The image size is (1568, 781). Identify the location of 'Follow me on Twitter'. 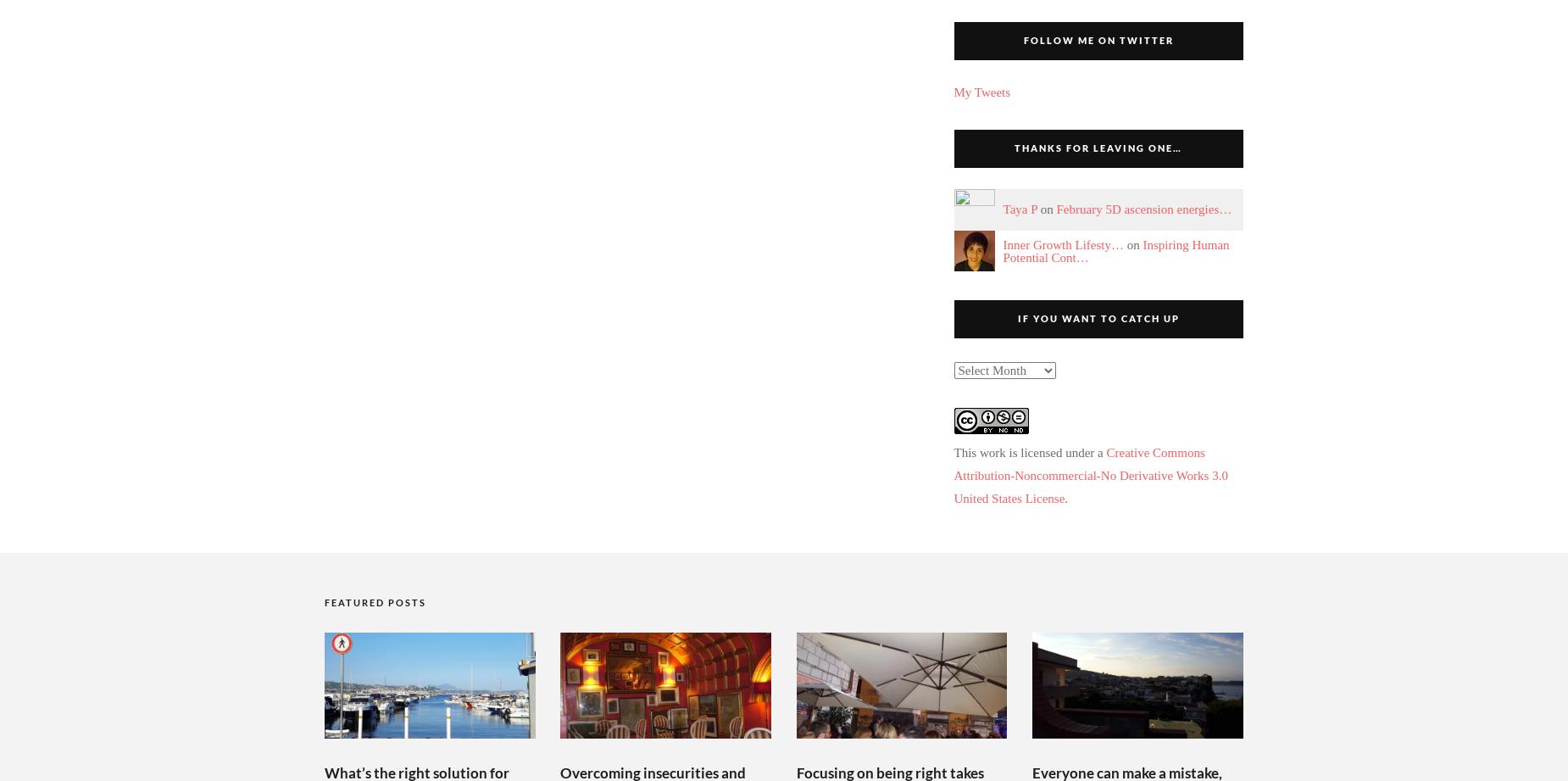
(1021, 40).